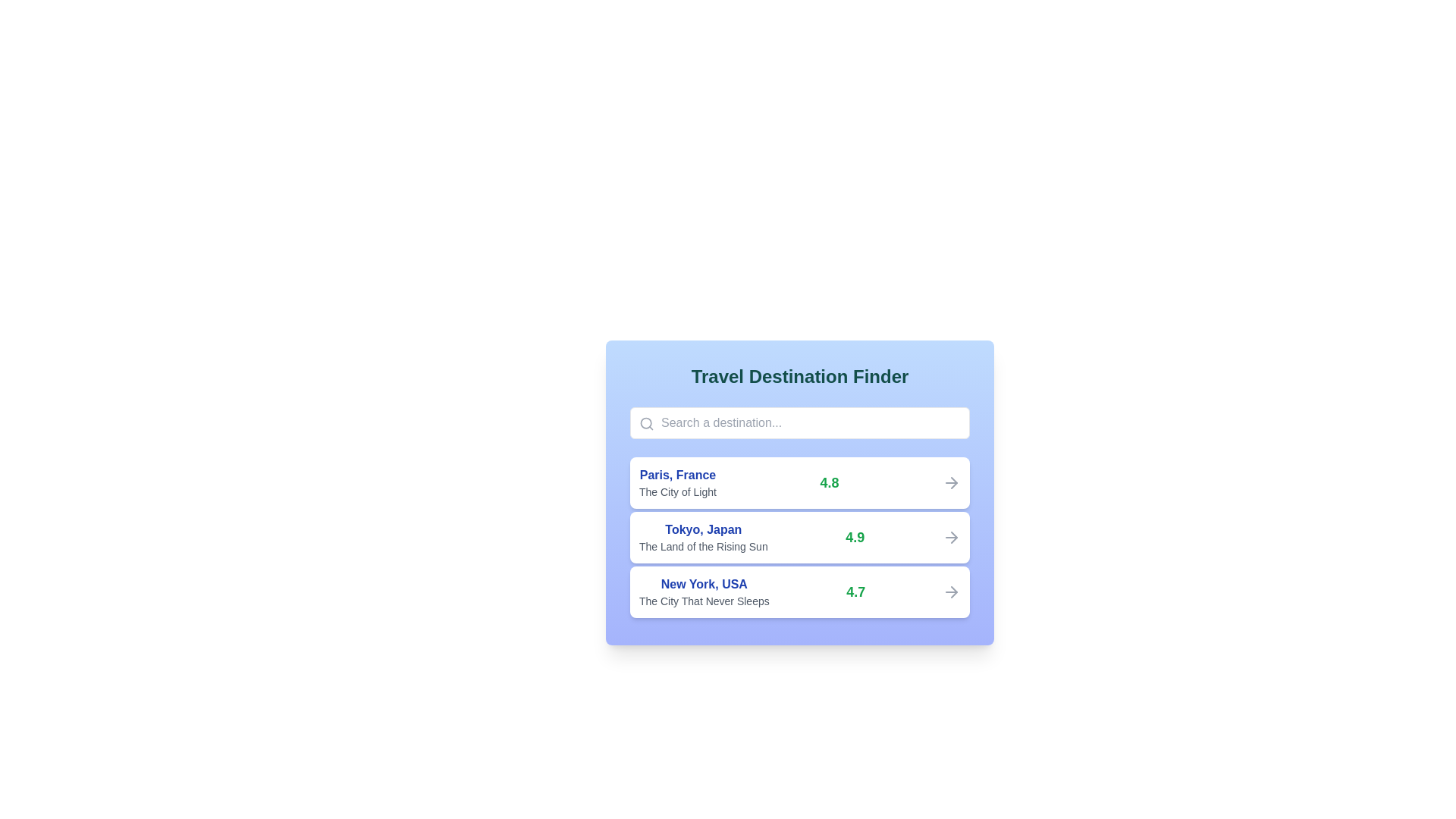 This screenshot has width=1456, height=819. I want to click on text content of the destination introduction element for 'New York, USA,' which includes the subtitle 'The City That Never Sleeps.' This element is located in the third row of a list within a card layout, positioned below entries for Paris and Tokyo, so click(703, 591).